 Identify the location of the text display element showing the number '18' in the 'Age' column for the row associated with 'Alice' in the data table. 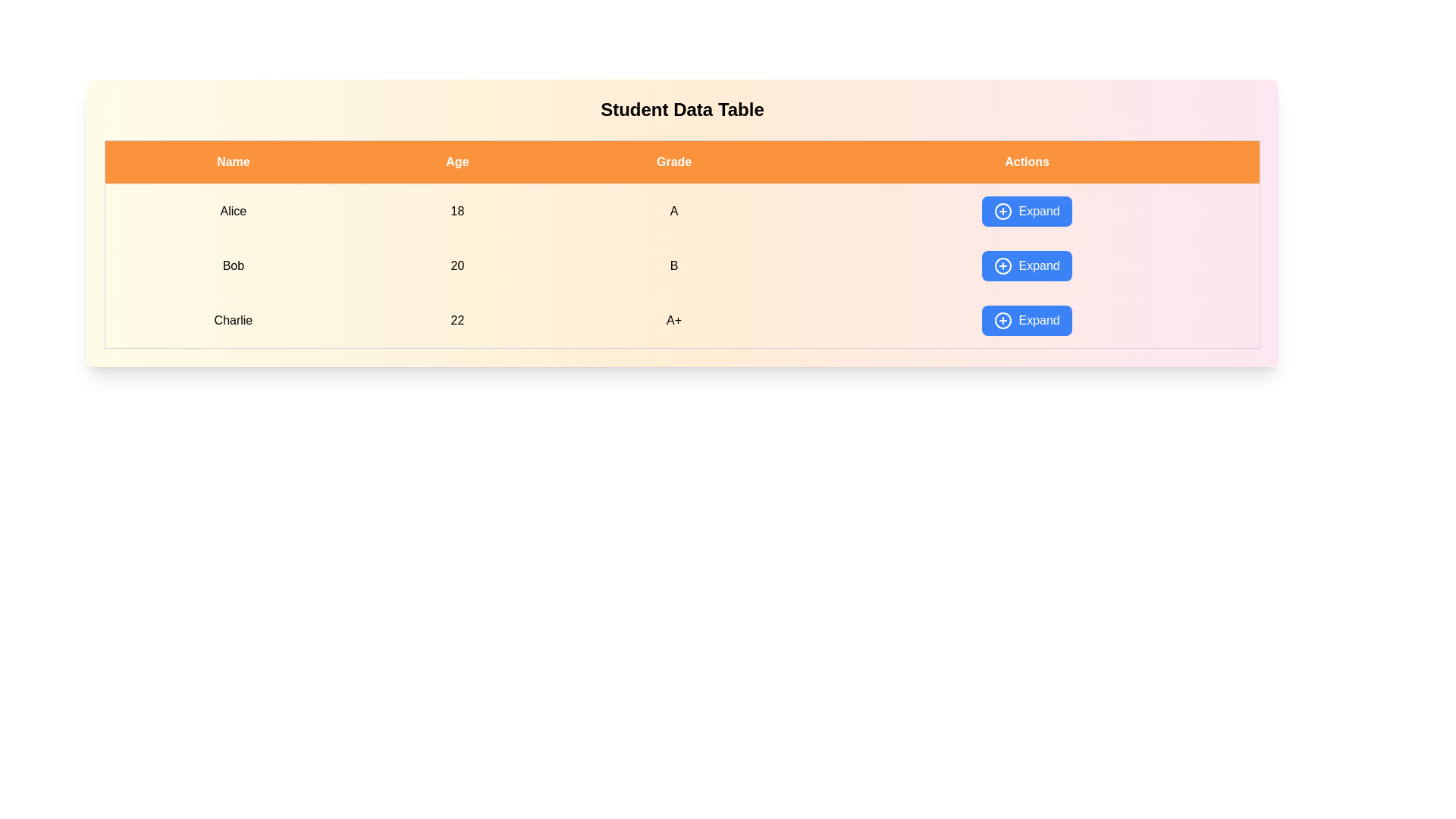
(457, 211).